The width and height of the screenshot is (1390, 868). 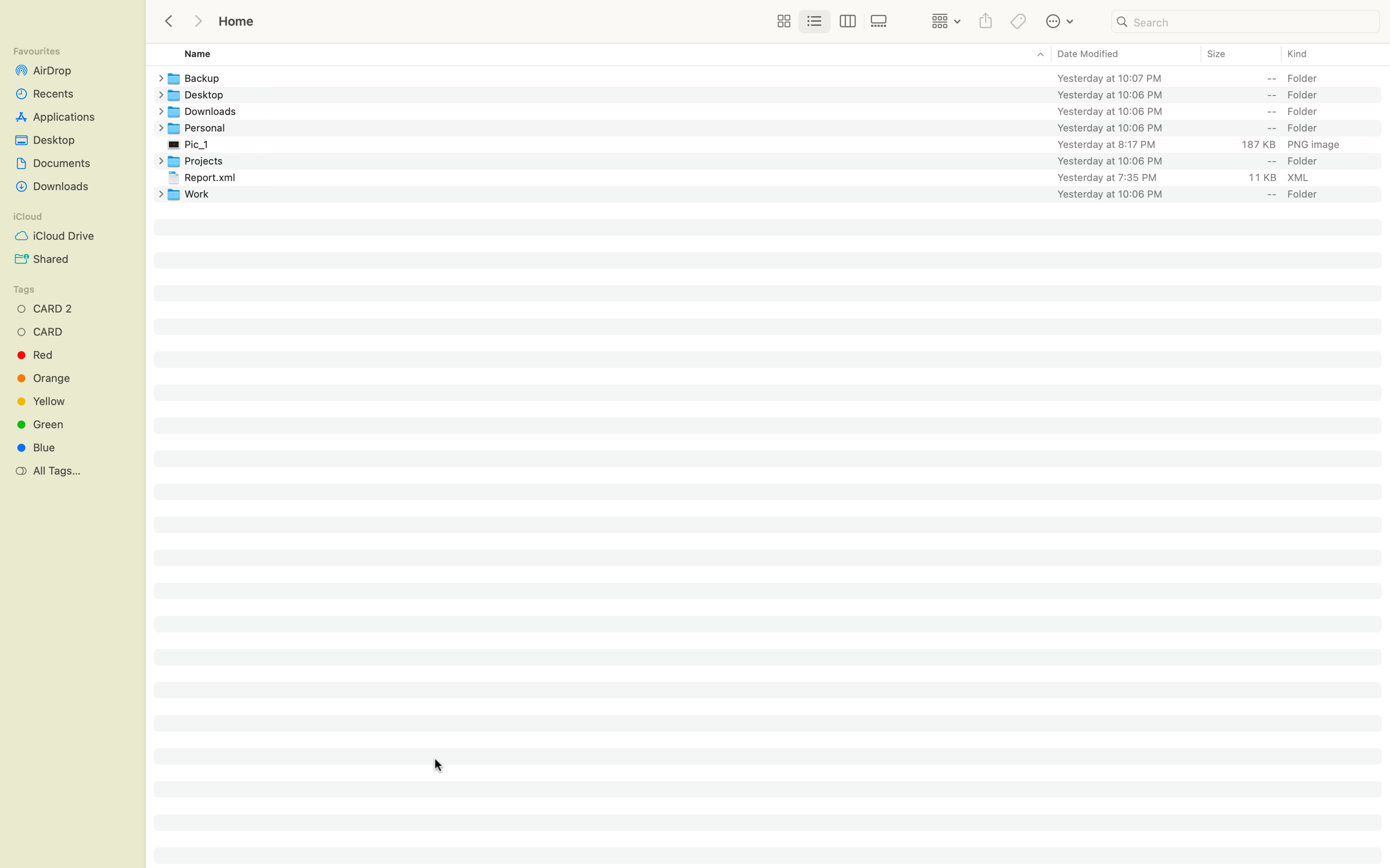 What do you see at coordinates (158, 111) in the screenshot?
I see `Expand the Downloads folder to see content inside it` at bounding box center [158, 111].